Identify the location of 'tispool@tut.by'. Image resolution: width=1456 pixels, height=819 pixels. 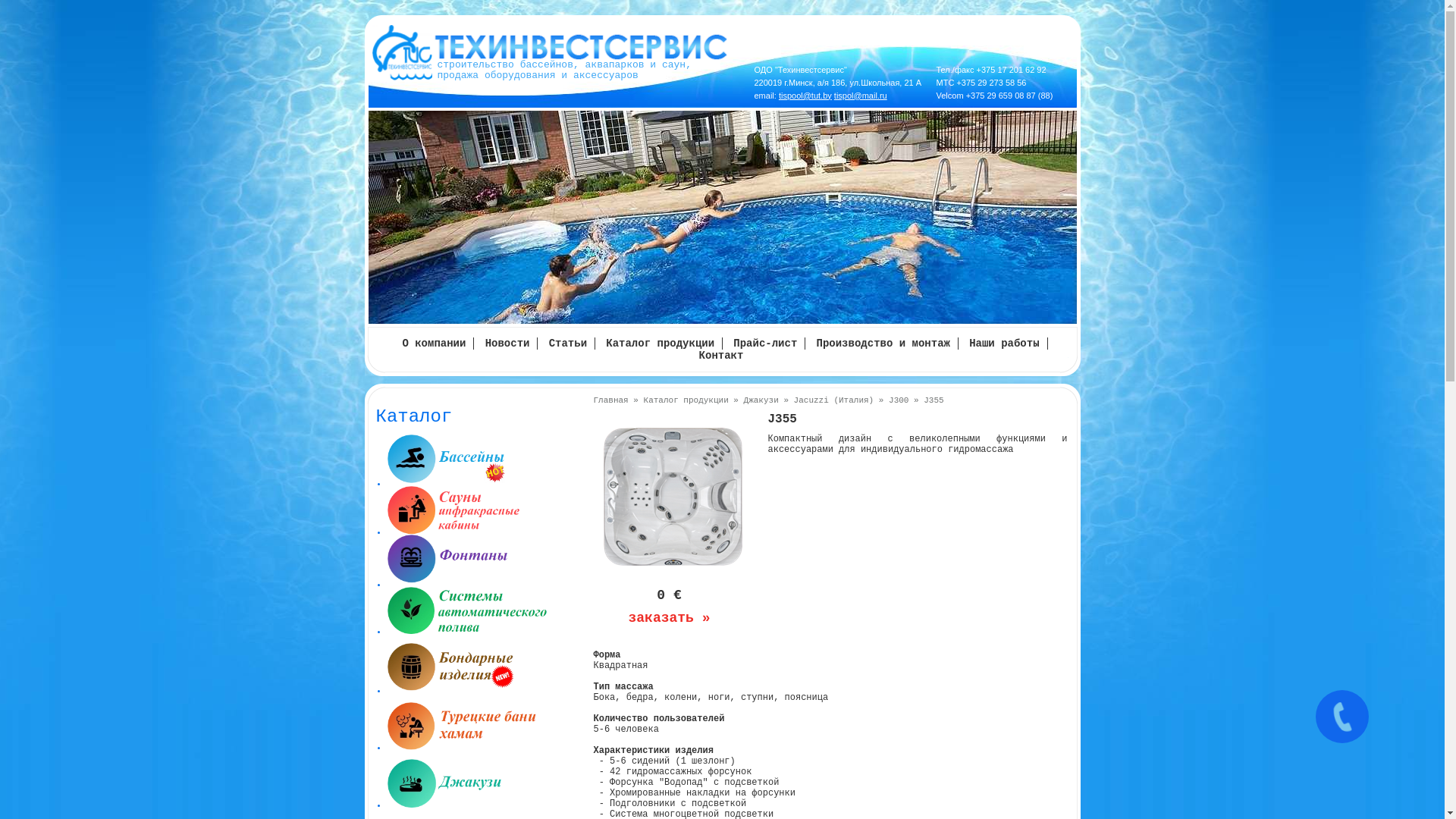
(804, 96).